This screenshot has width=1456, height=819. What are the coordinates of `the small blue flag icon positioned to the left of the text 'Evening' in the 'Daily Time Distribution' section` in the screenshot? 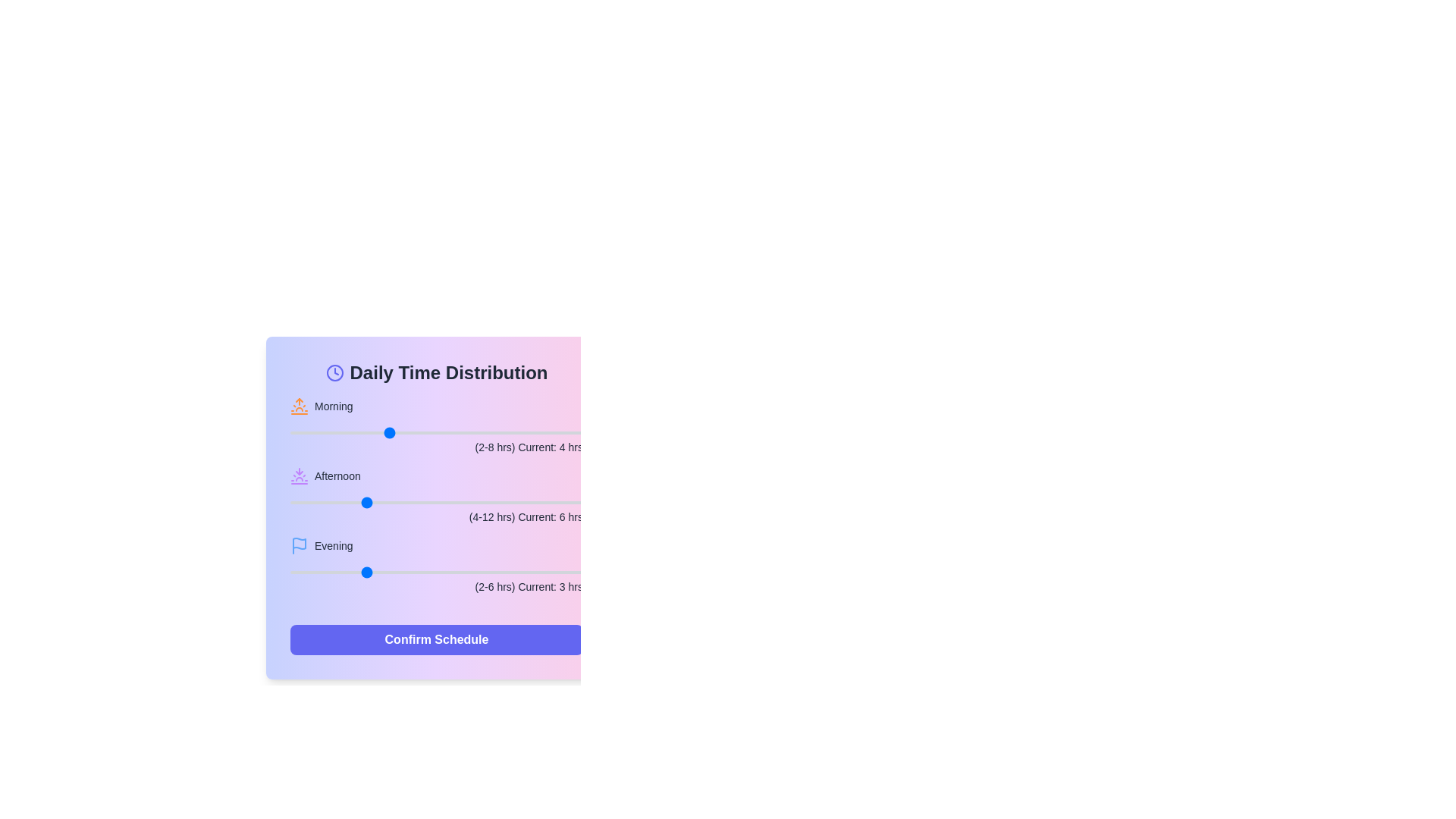 It's located at (299, 546).